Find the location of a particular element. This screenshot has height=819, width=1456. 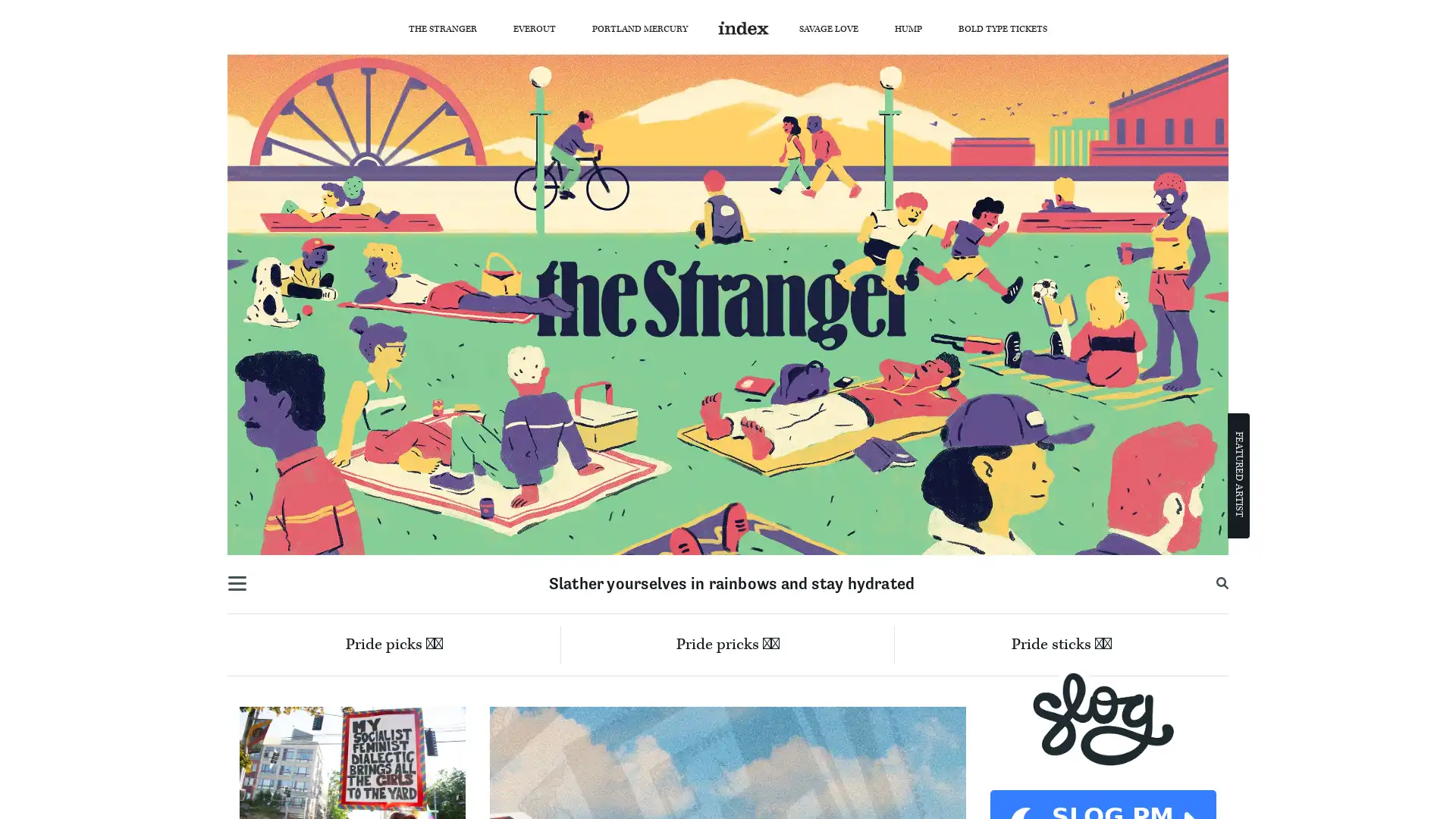

FEATURED ARTIST is located at coordinates (1238, 473).